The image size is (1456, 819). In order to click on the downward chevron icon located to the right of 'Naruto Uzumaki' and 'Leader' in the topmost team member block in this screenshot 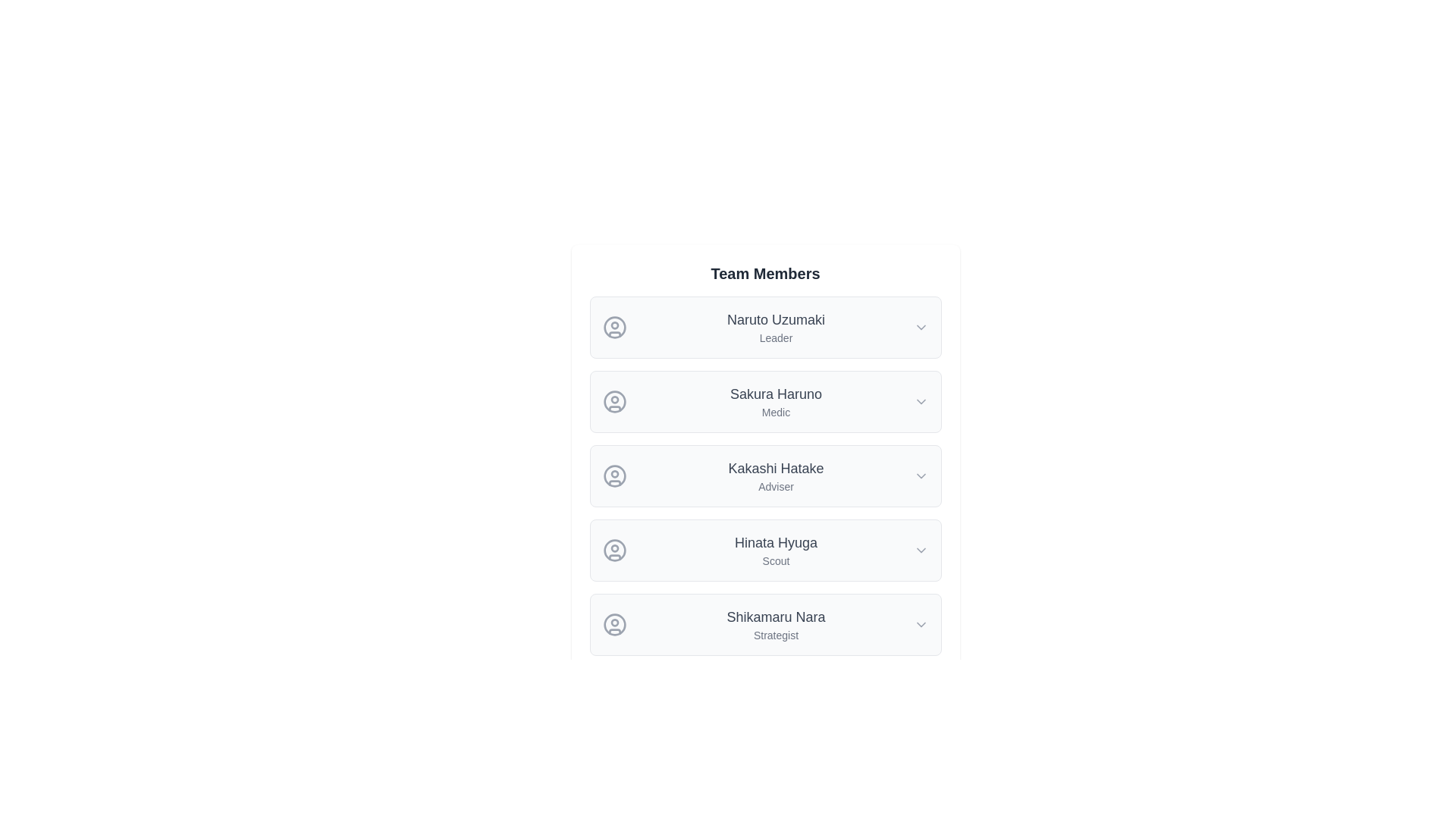, I will do `click(920, 327)`.